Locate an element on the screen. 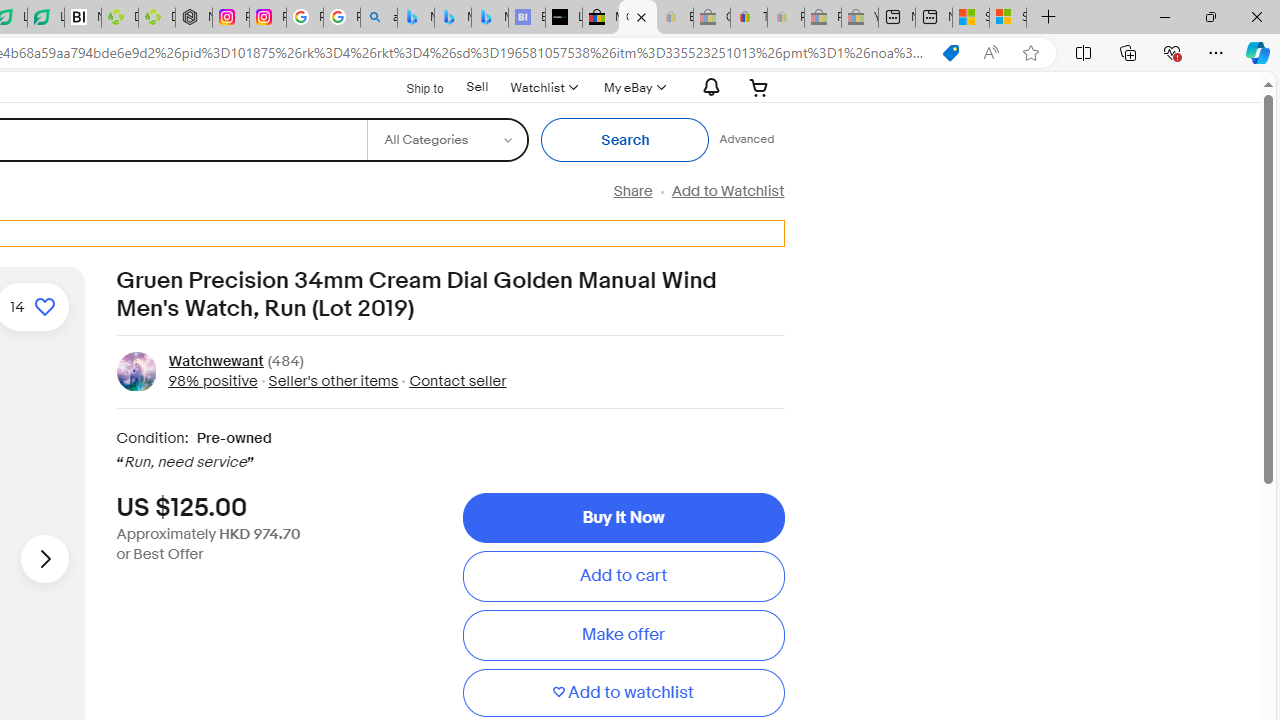 This screenshot has width=1280, height=720. 'Watchwewant' is located at coordinates (215, 361).